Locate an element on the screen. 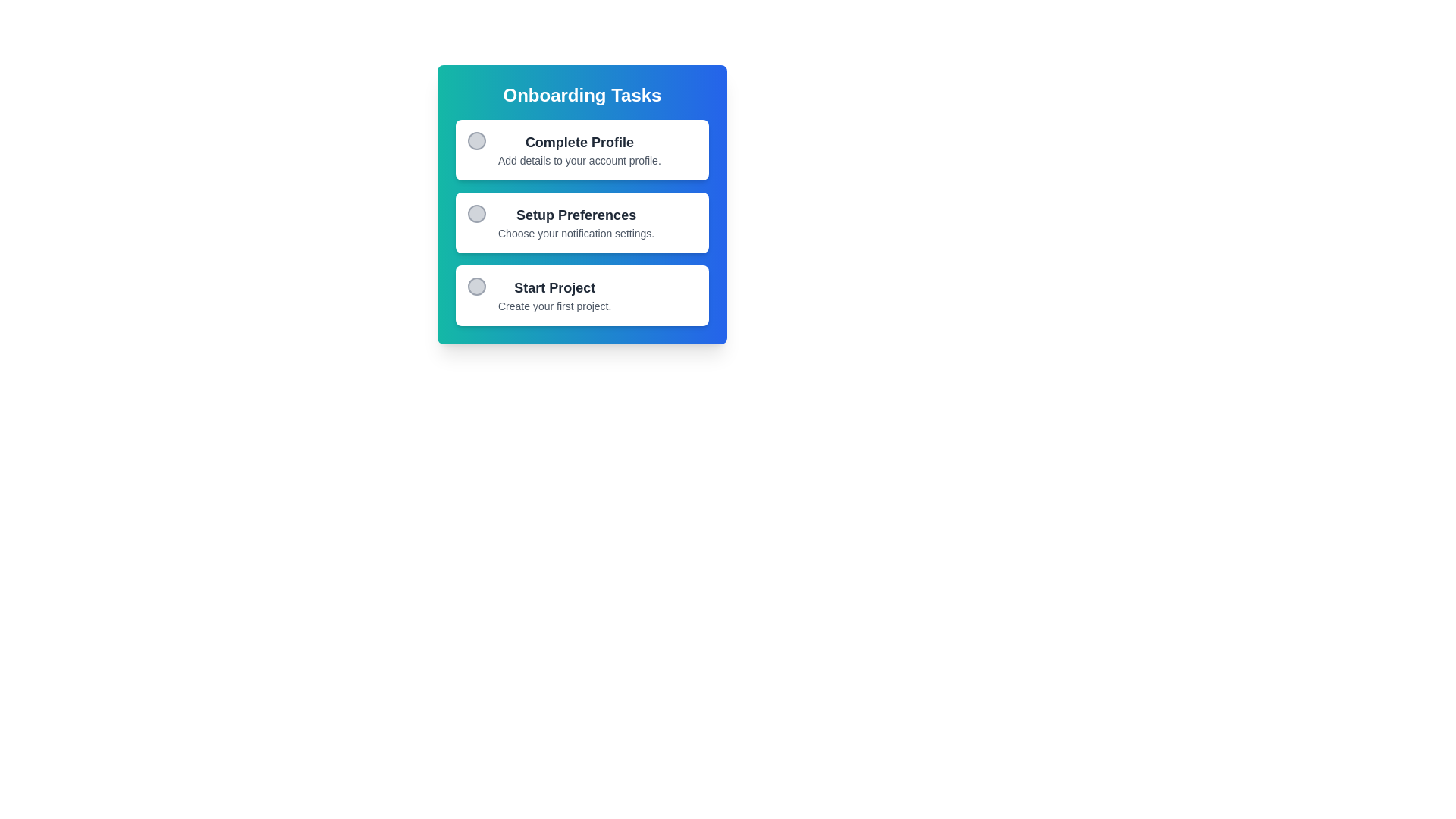  the 'Setup Preferences' label, which is a prominent text label in bold and large font, positioned as the second item in the options list, above 'Start Project' is located at coordinates (576, 215).